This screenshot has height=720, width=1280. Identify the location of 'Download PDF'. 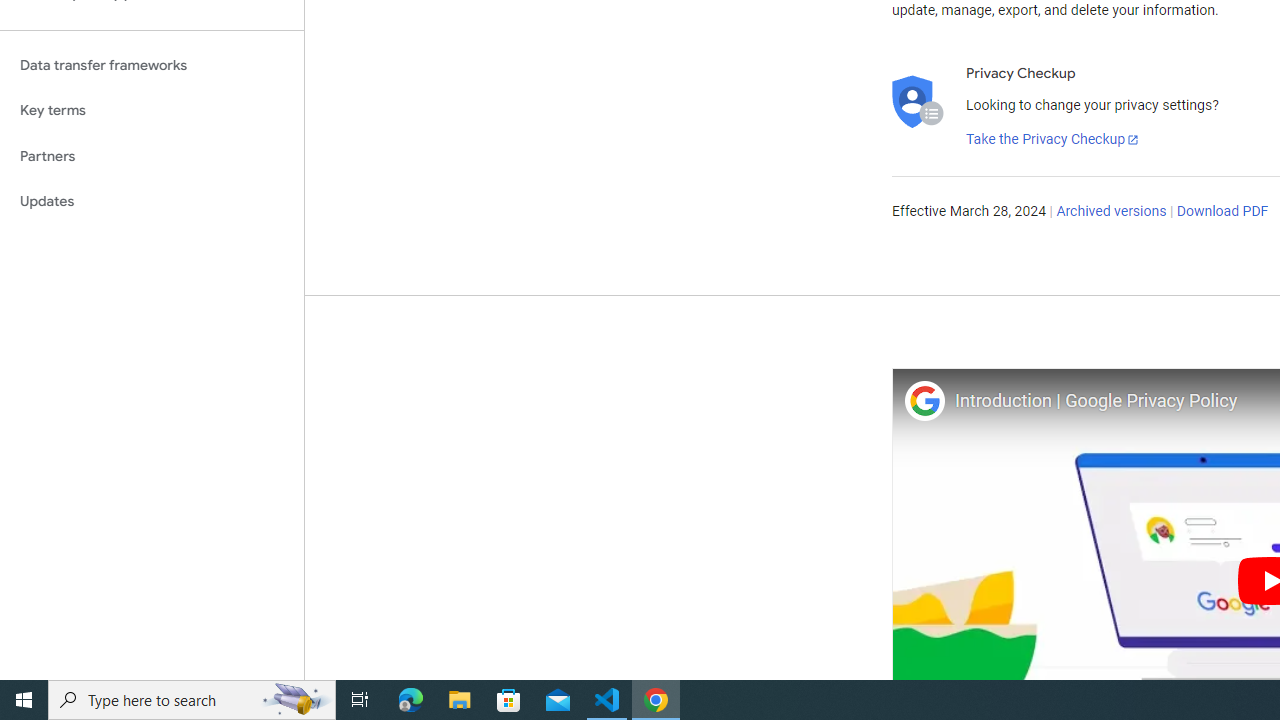
(1221, 212).